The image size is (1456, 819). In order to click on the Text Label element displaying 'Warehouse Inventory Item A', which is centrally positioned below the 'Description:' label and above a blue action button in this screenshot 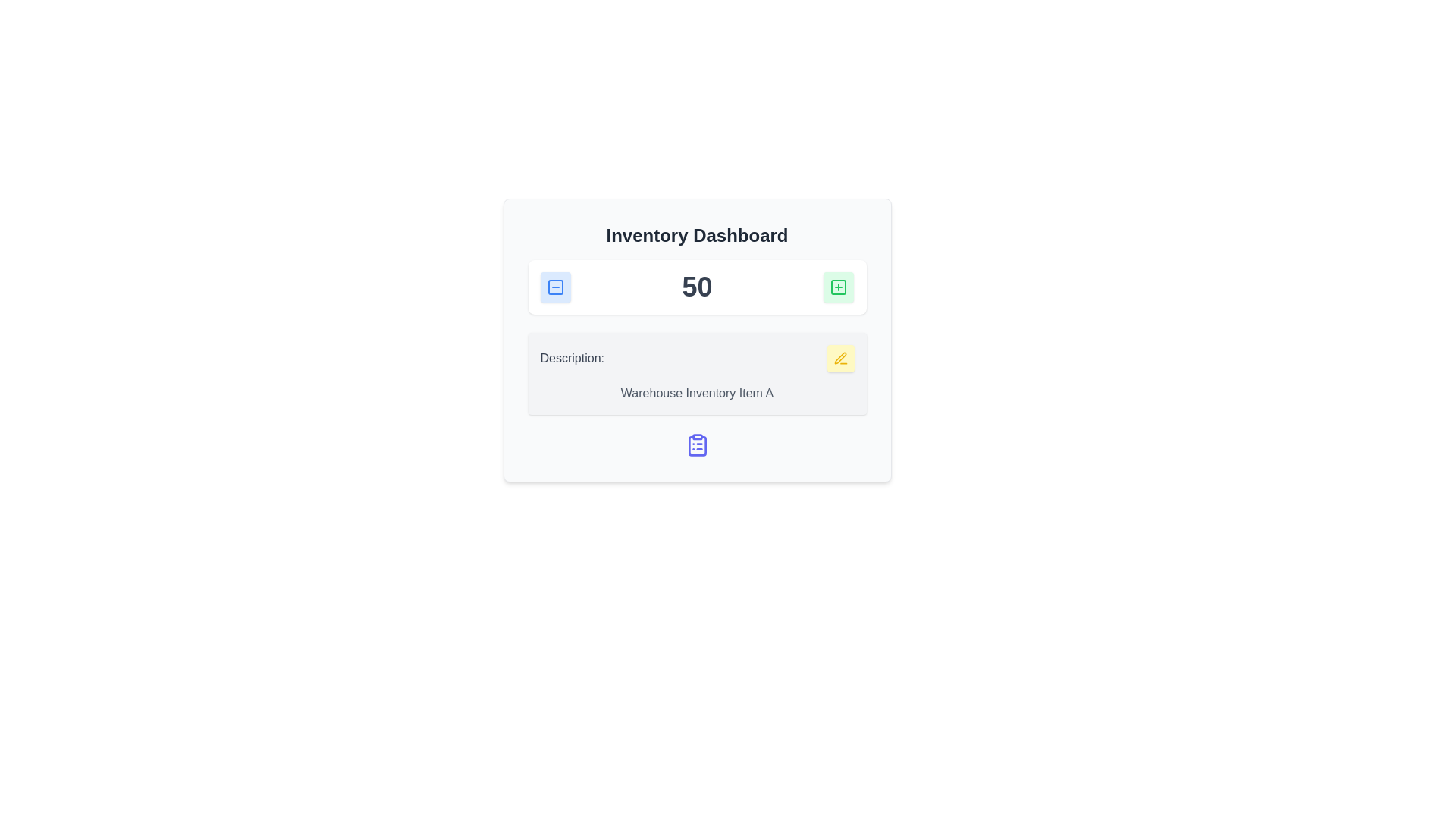, I will do `click(696, 393)`.